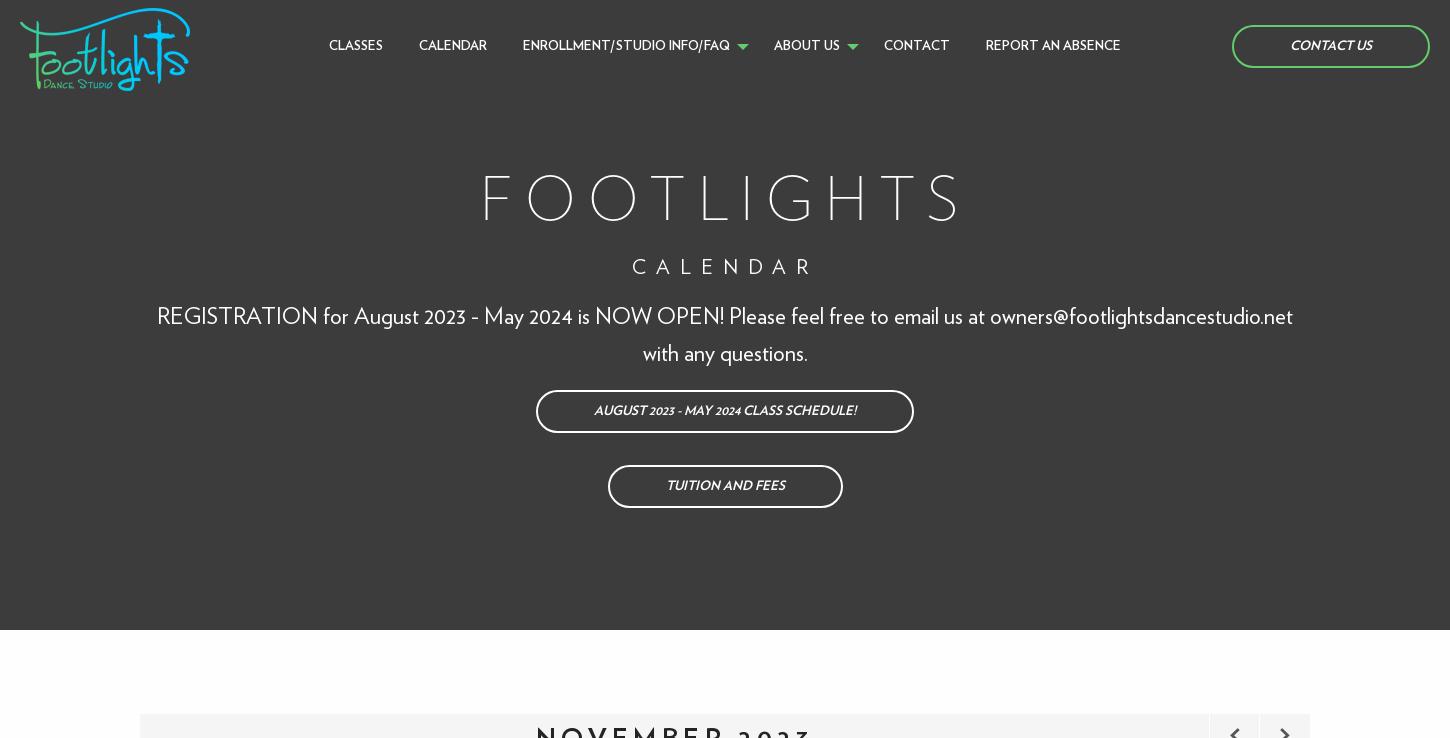 Image resolution: width=1450 pixels, height=738 pixels. I want to click on 'REGISTRATION for August 2023 - May 2024 is NOW OPEN! Please feel free to email us at', so click(156, 316).